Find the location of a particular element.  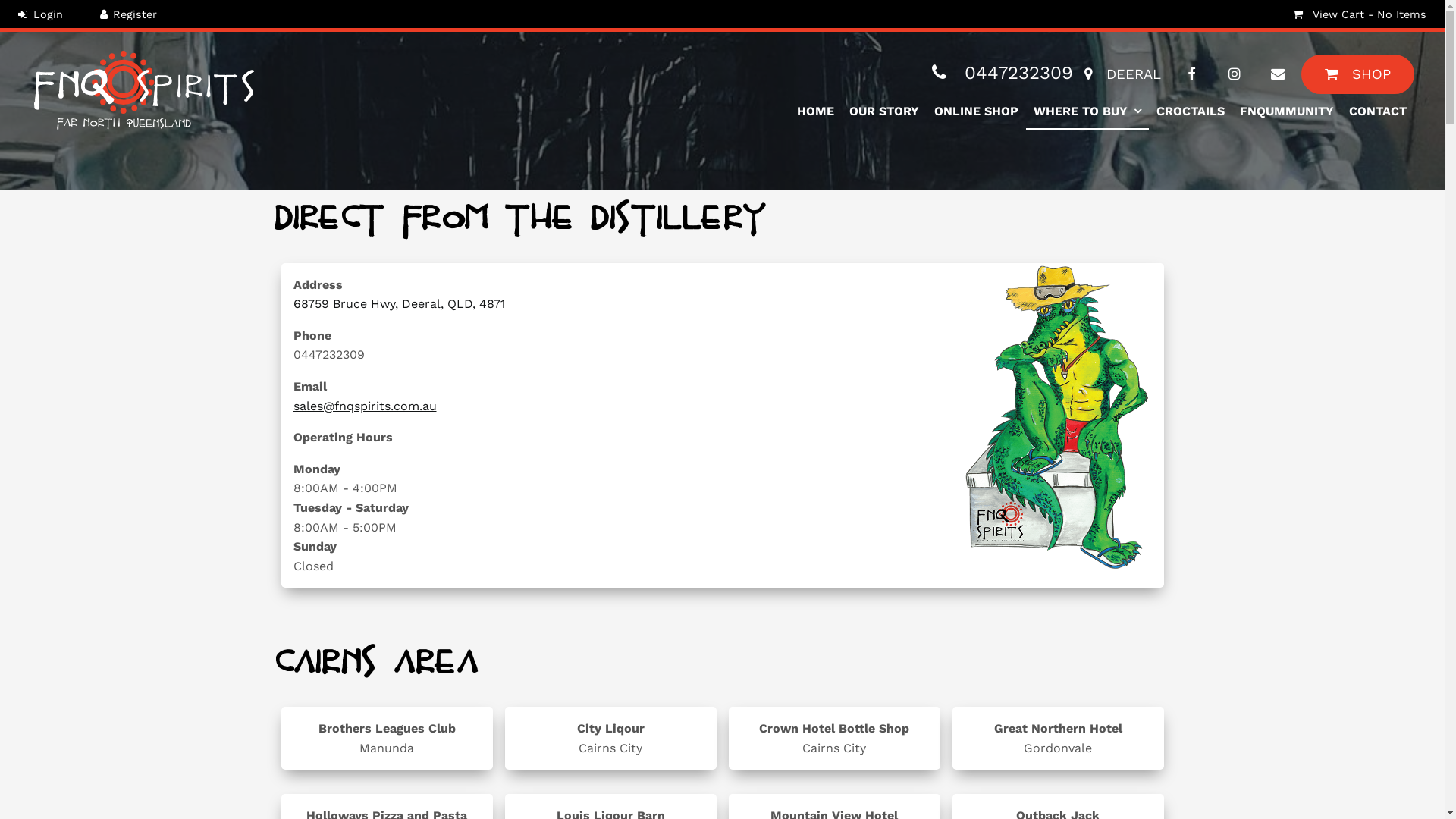

'CONTACT' is located at coordinates (1341, 111).